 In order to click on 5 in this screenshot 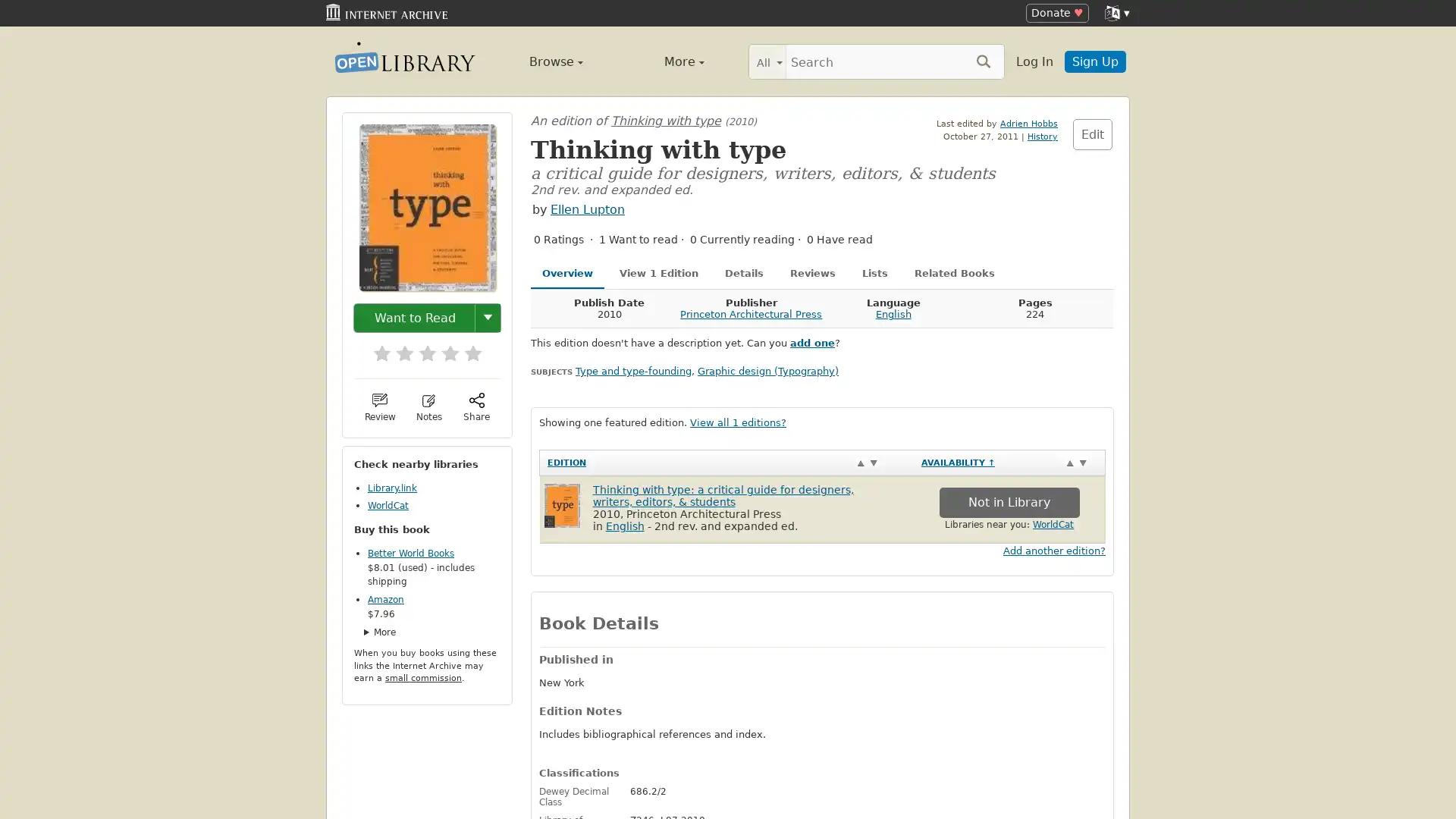, I will do `click(465, 348)`.